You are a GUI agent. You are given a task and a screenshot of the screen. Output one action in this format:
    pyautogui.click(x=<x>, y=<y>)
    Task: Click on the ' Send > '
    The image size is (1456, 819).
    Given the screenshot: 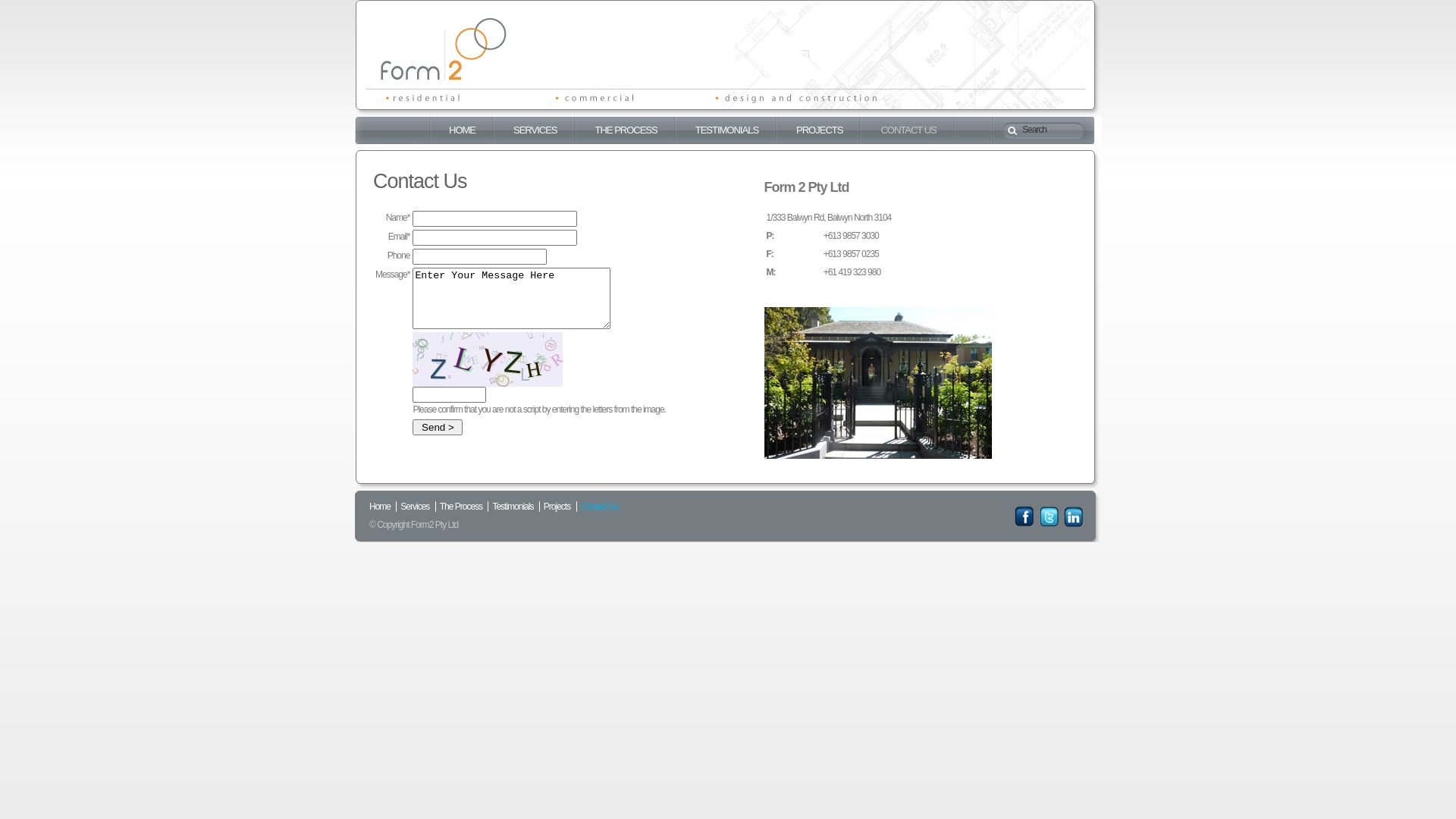 What is the action you would take?
    pyautogui.click(x=436, y=426)
    